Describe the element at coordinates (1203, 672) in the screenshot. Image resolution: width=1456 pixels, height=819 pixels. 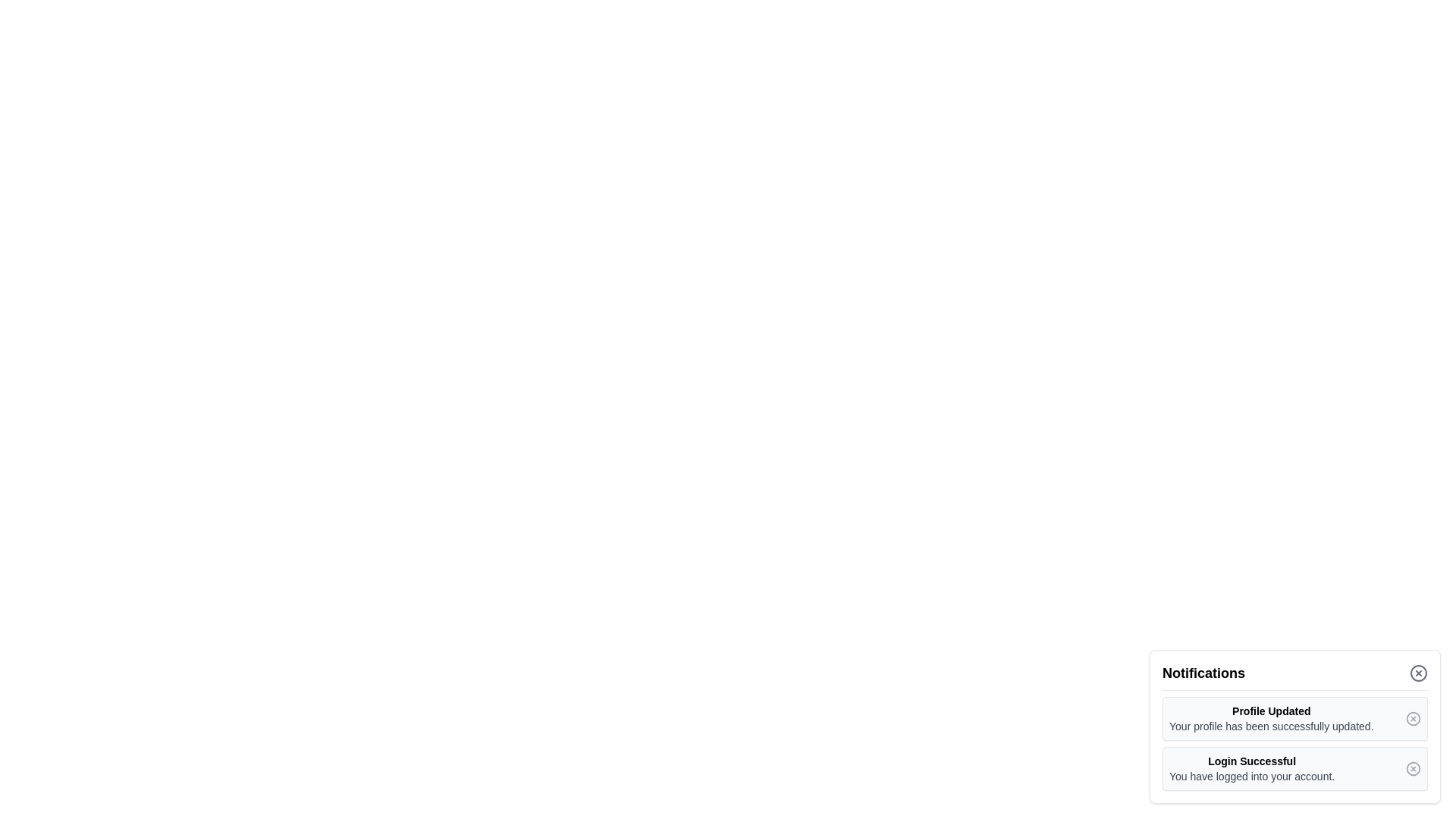
I see `text label which serves as the header for the notification panel, located at the top left of the panel` at that location.